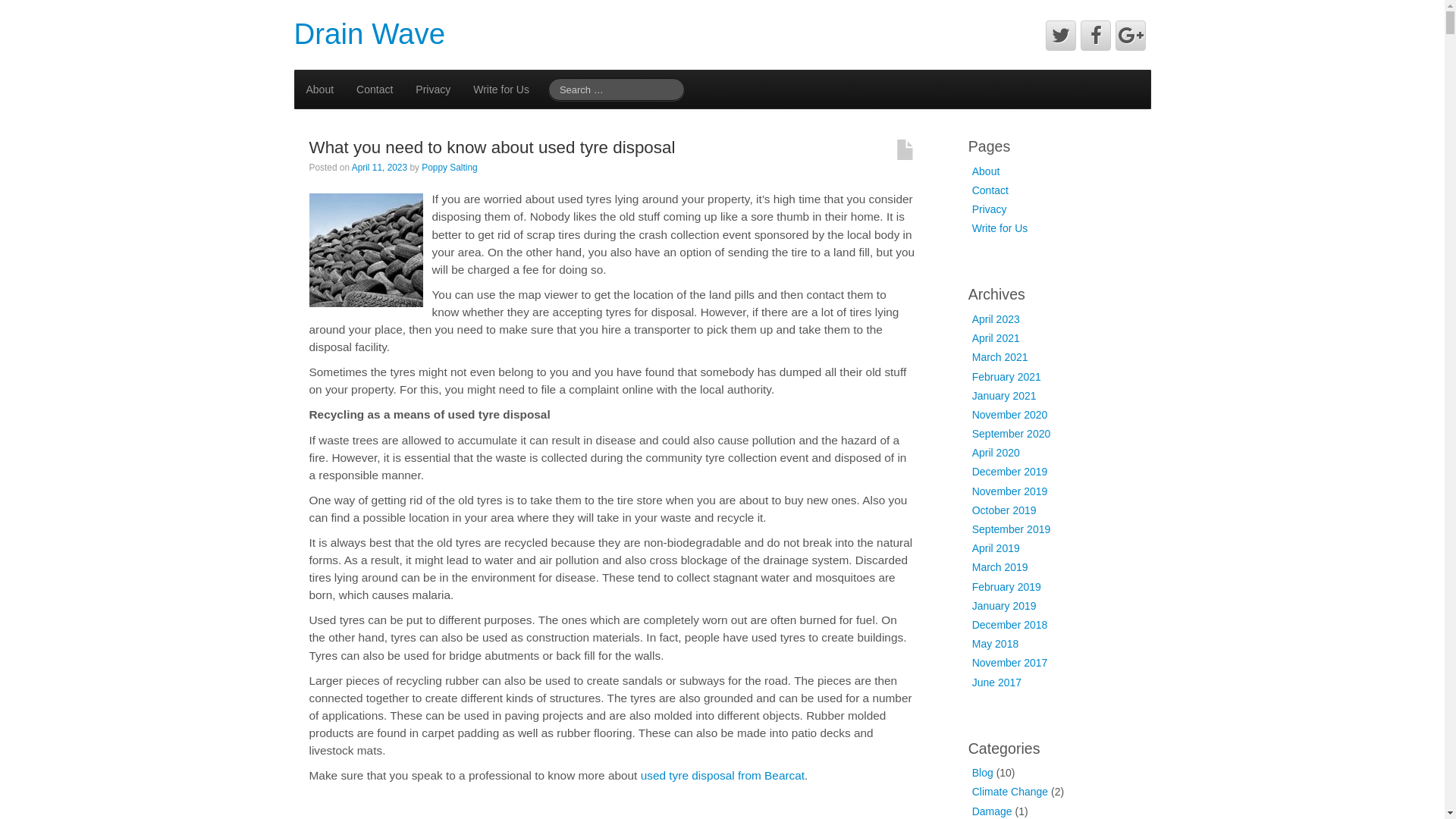 This screenshot has width=1456, height=819. What do you see at coordinates (996, 681) in the screenshot?
I see `'June 2017'` at bounding box center [996, 681].